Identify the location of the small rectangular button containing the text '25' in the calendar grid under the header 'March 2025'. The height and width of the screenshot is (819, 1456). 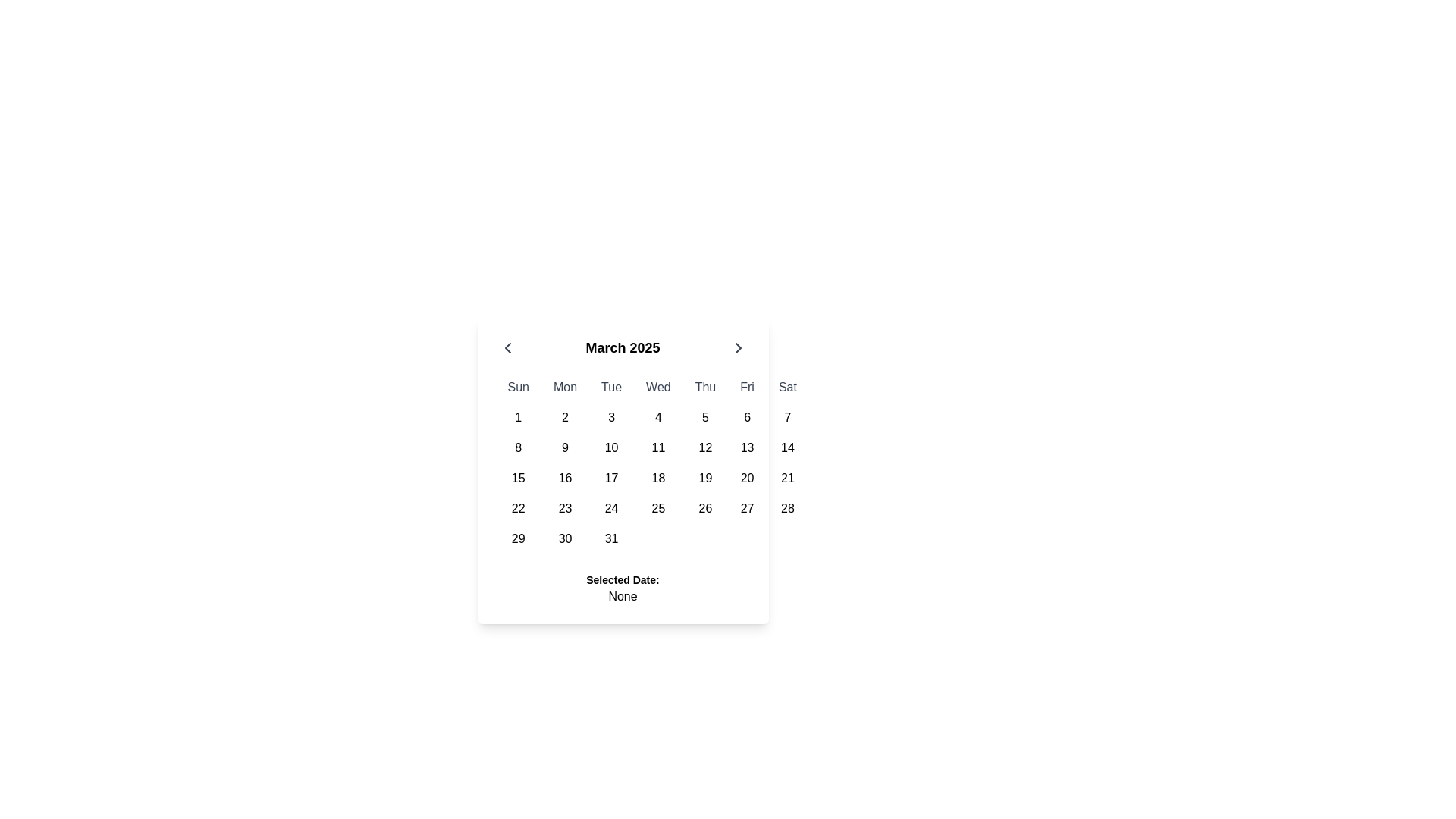
(658, 509).